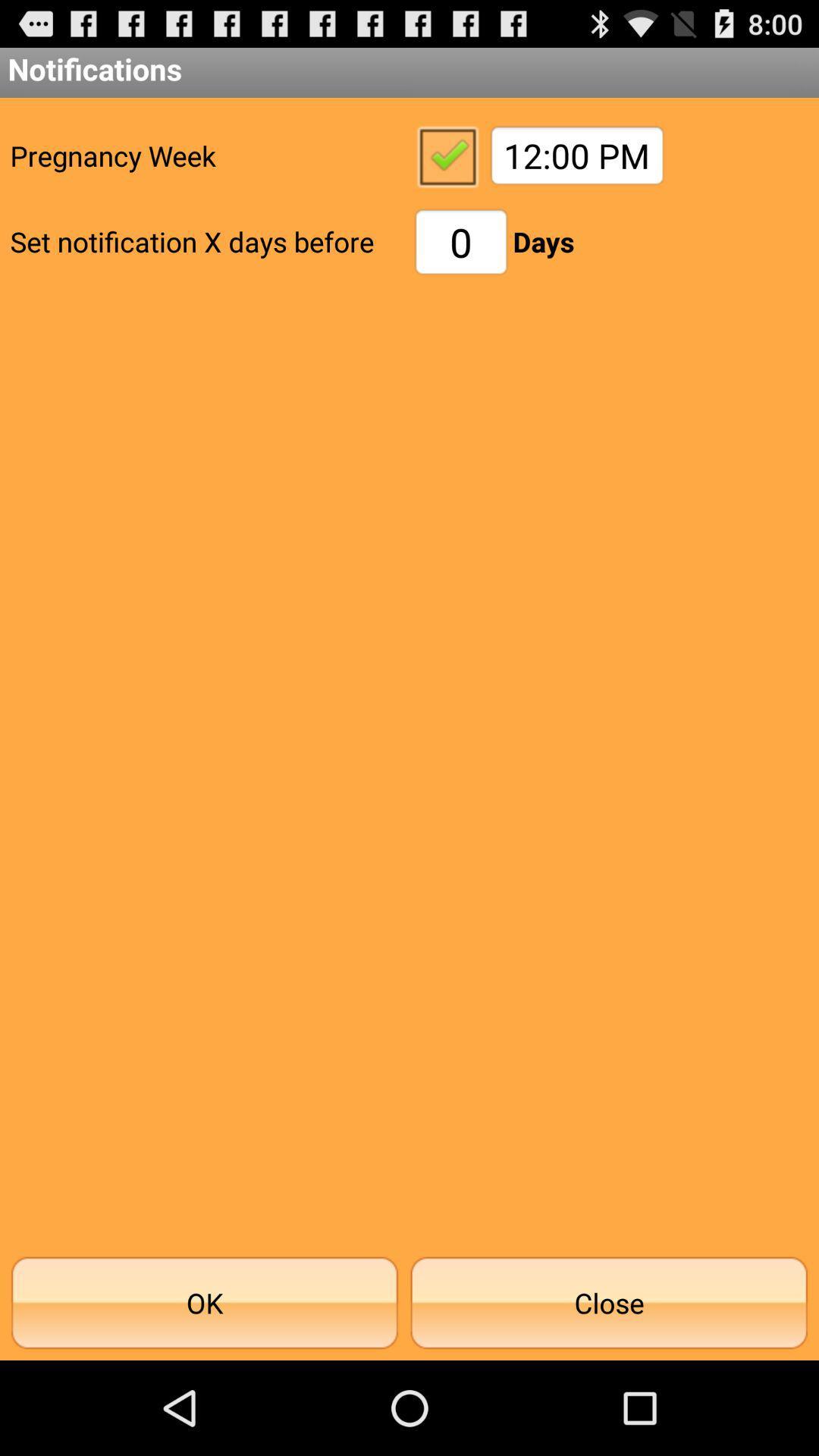 Image resolution: width=819 pixels, height=1456 pixels. Describe the element at coordinates (608, 1302) in the screenshot. I see `close` at that location.